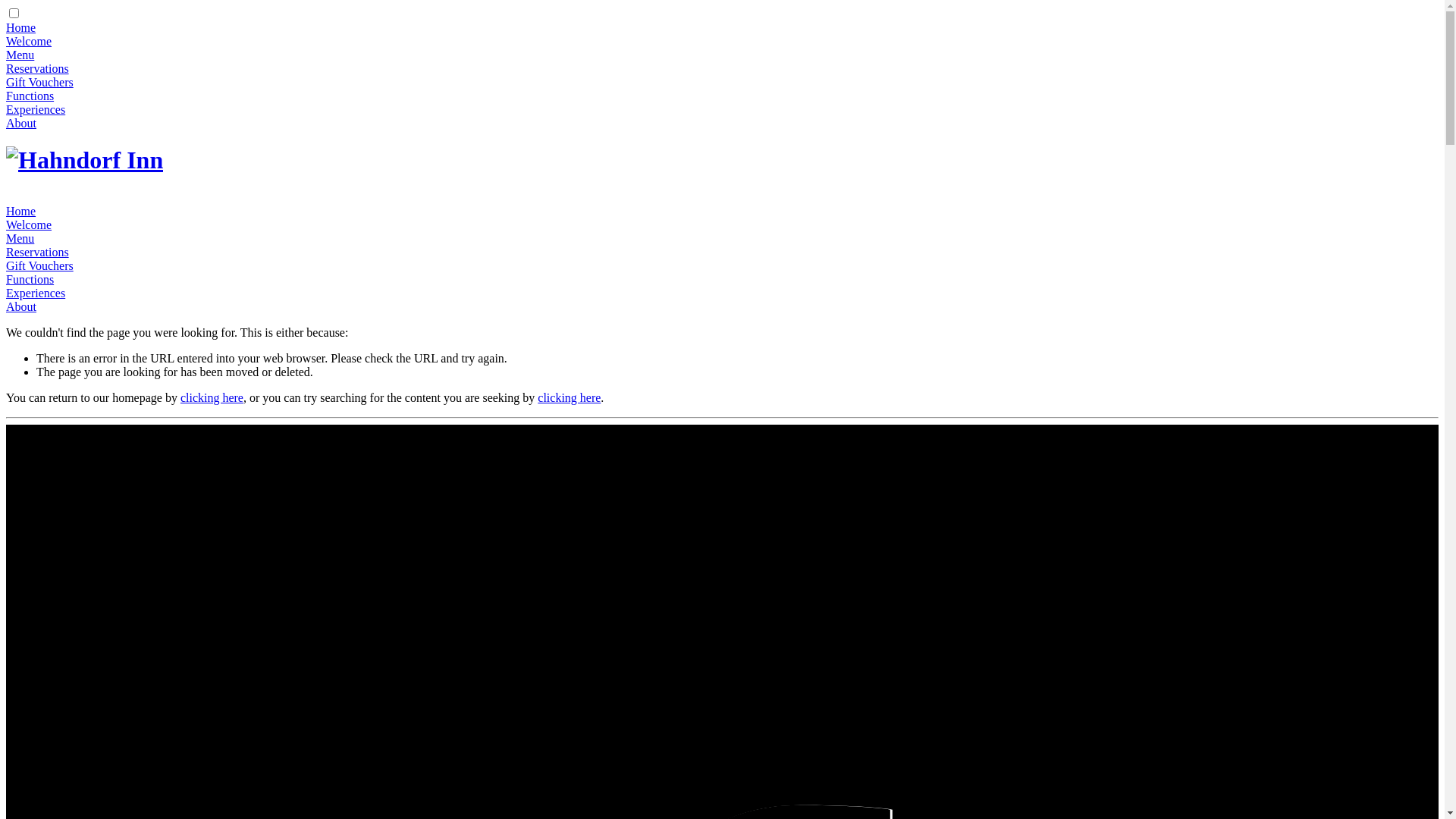 The height and width of the screenshot is (819, 1456). I want to click on 'Functions', so click(30, 279).